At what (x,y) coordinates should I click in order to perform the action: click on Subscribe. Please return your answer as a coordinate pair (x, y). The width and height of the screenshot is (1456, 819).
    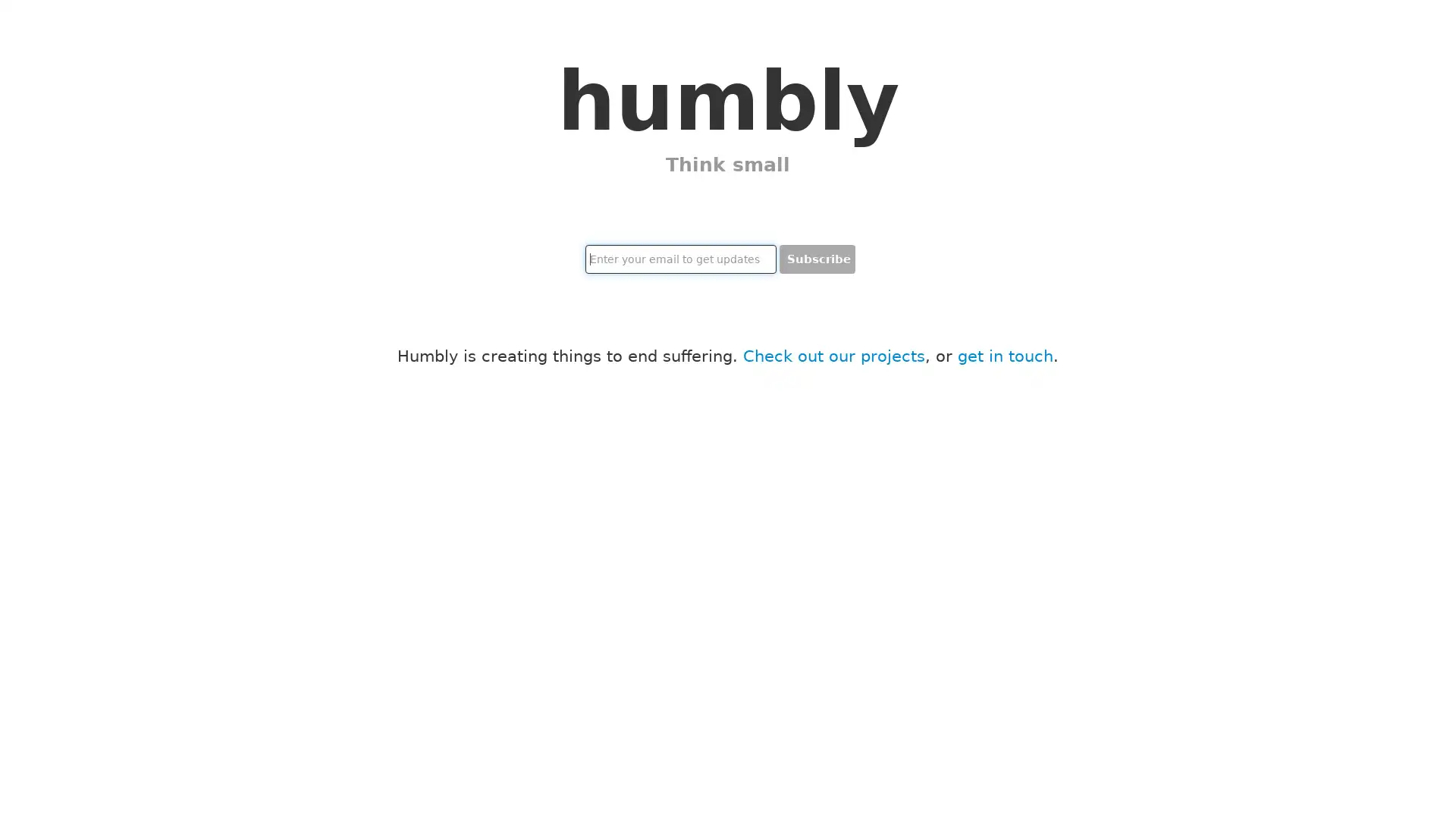
    Looking at the image, I should click on (817, 259).